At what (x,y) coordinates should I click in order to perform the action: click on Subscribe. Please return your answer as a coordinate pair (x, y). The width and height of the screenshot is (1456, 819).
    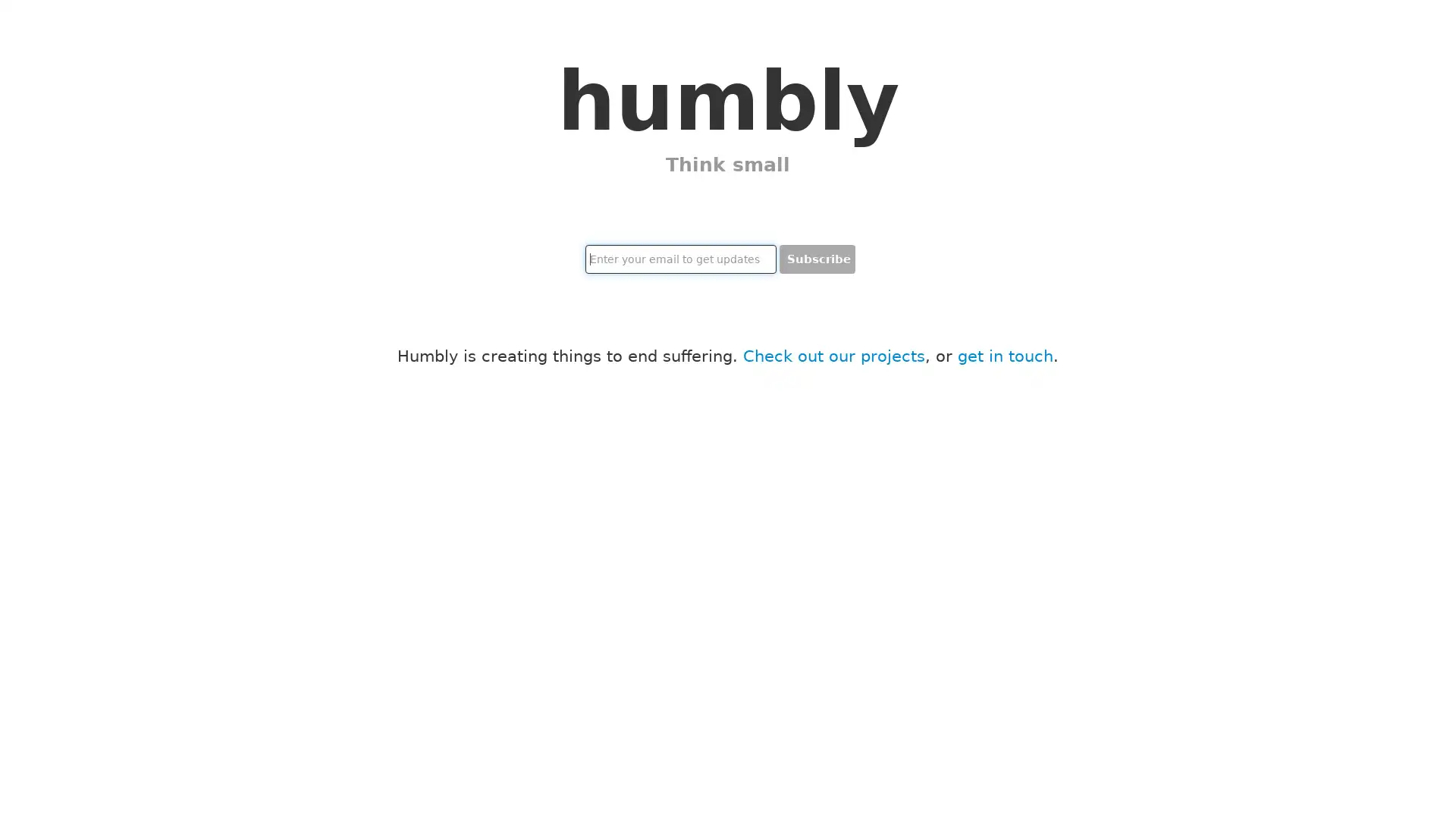
    Looking at the image, I should click on (817, 259).